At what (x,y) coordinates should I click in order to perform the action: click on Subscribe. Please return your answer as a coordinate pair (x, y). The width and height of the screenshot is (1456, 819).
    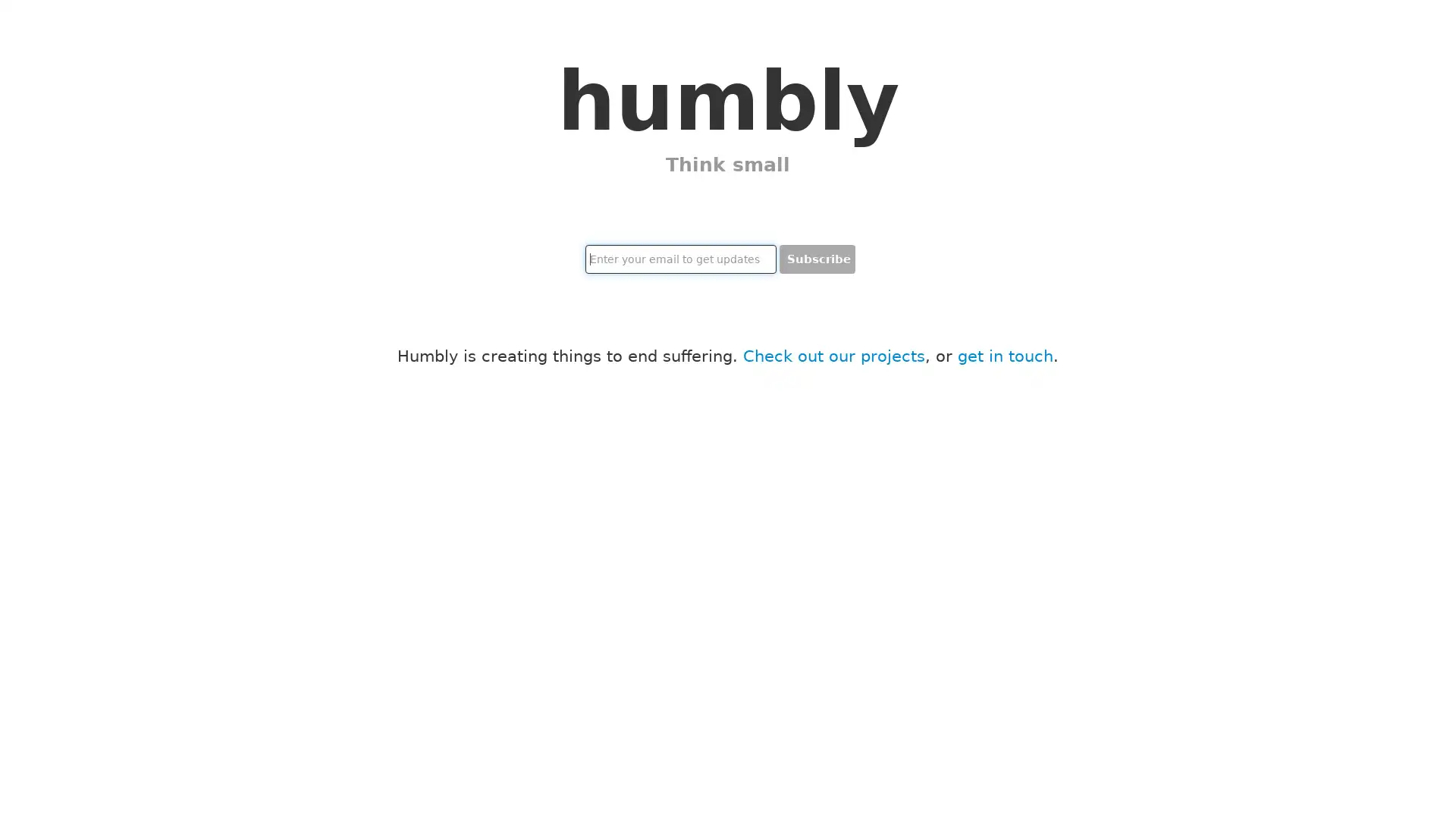
    Looking at the image, I should click on (817, 259).